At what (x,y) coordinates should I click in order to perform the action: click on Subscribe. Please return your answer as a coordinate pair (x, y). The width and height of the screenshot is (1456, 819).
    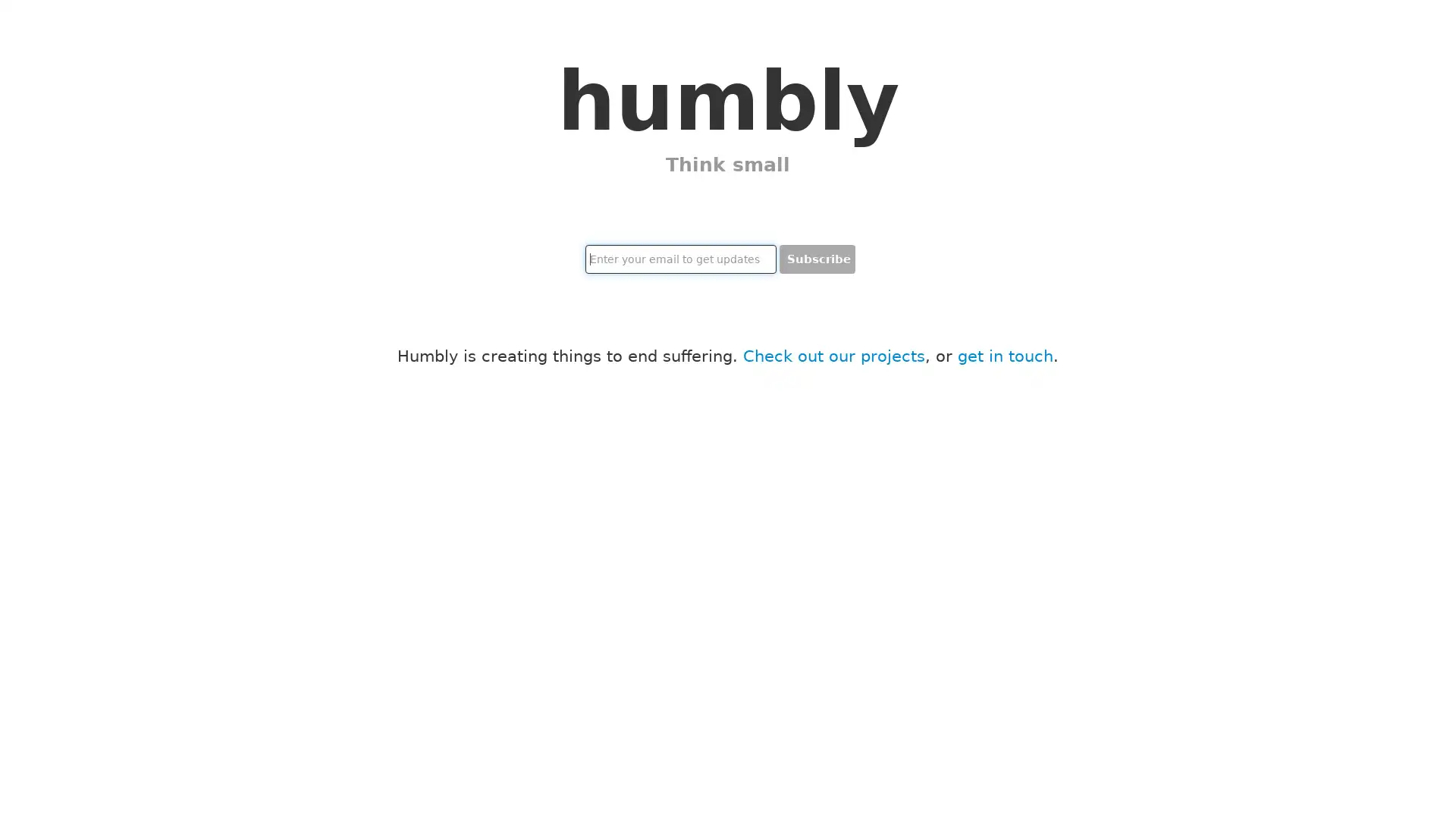
    Looking at the image, I should click on (817, 259).